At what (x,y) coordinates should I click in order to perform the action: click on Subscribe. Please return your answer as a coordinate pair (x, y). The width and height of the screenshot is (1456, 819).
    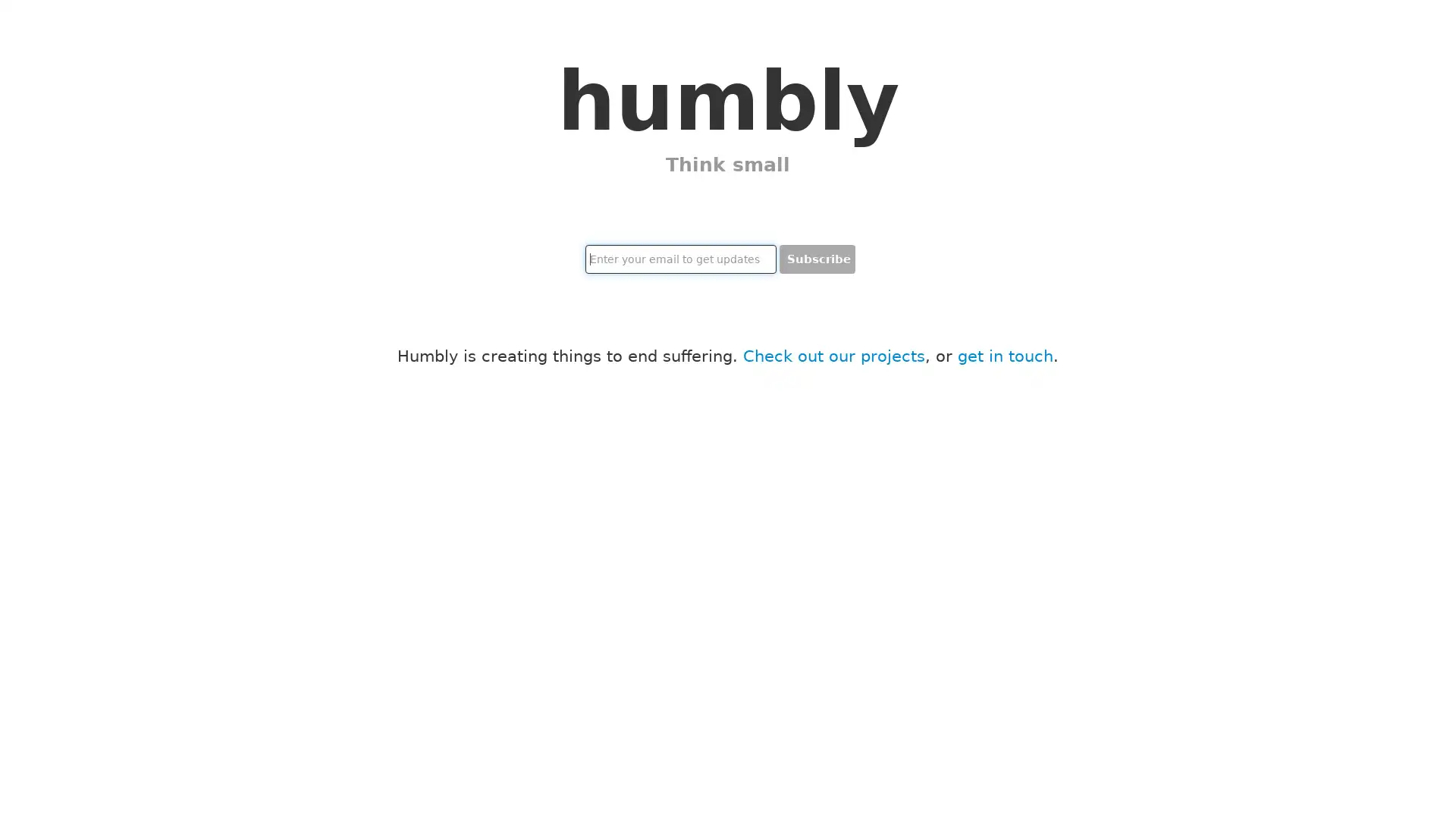
    Looking at the image, I should click on (817, 259).